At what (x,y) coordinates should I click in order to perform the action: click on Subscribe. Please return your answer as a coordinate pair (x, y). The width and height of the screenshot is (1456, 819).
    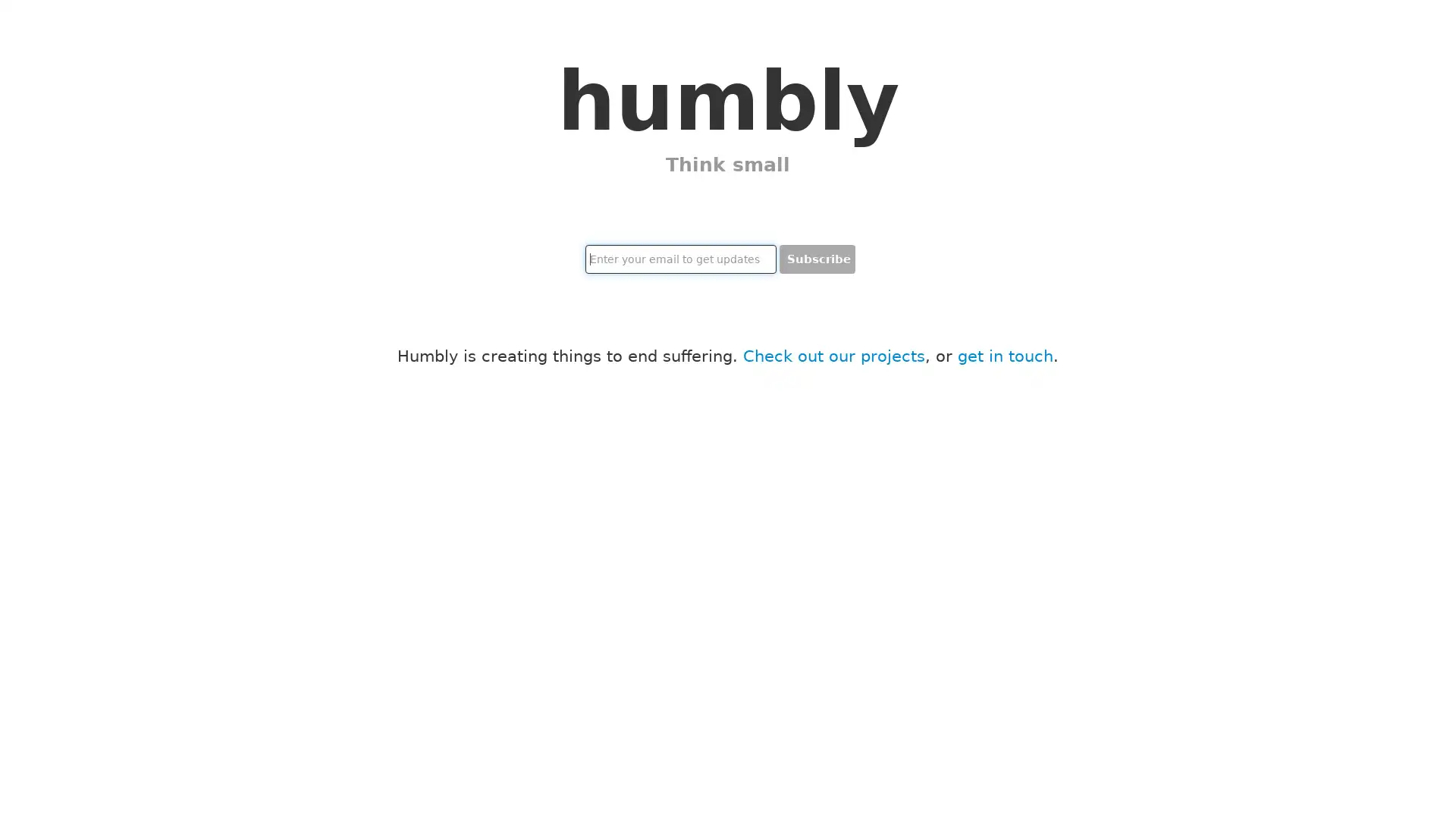
    Looking at the image, I should click on (817, 259).